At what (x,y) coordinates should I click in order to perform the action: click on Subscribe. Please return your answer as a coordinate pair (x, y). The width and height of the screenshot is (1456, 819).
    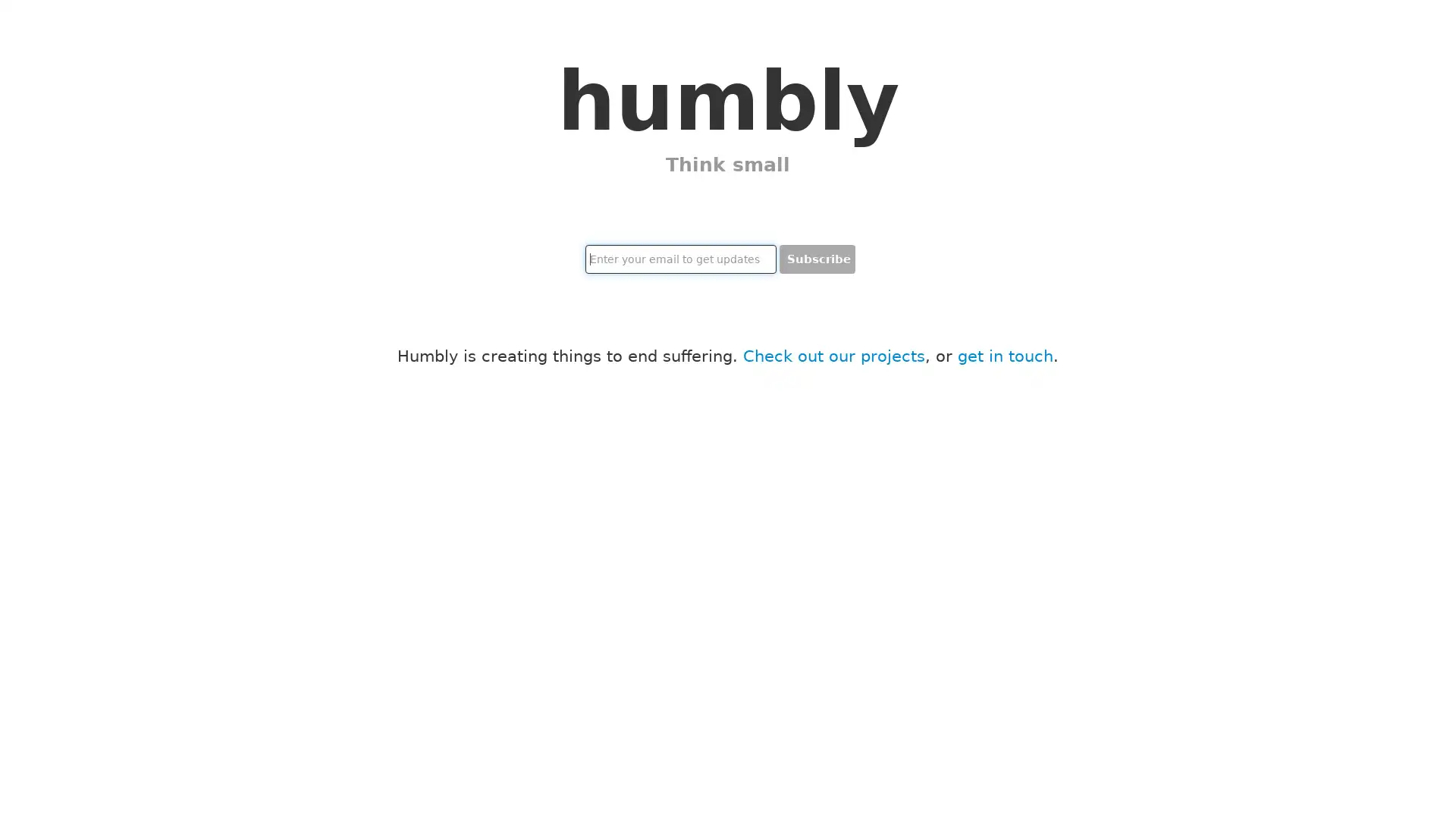
    Looking at the image, I should click on (817, 259).